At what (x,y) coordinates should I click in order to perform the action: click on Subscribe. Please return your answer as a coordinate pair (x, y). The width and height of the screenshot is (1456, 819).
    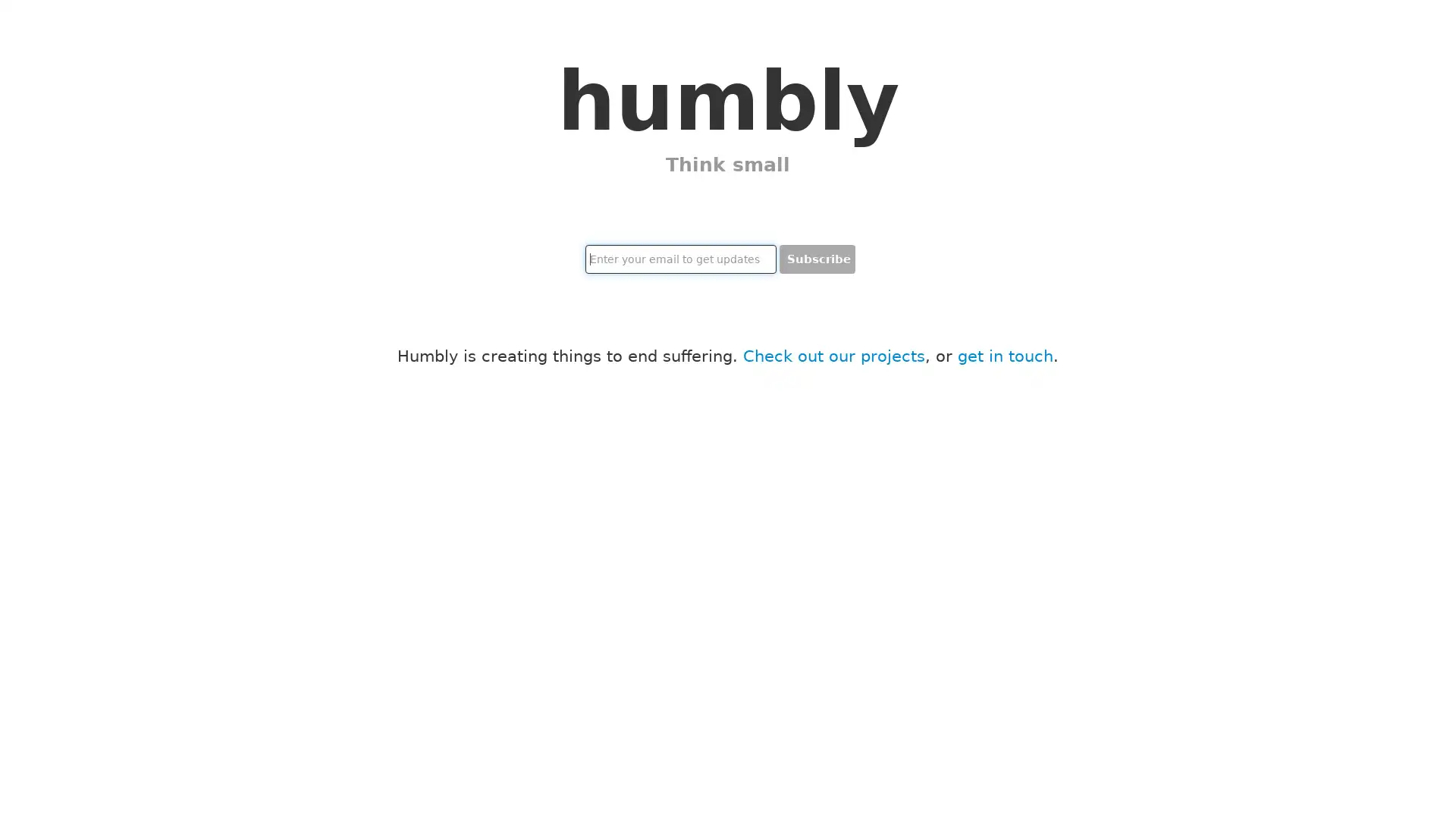
    Looking at the image, I should click on (817, 259).